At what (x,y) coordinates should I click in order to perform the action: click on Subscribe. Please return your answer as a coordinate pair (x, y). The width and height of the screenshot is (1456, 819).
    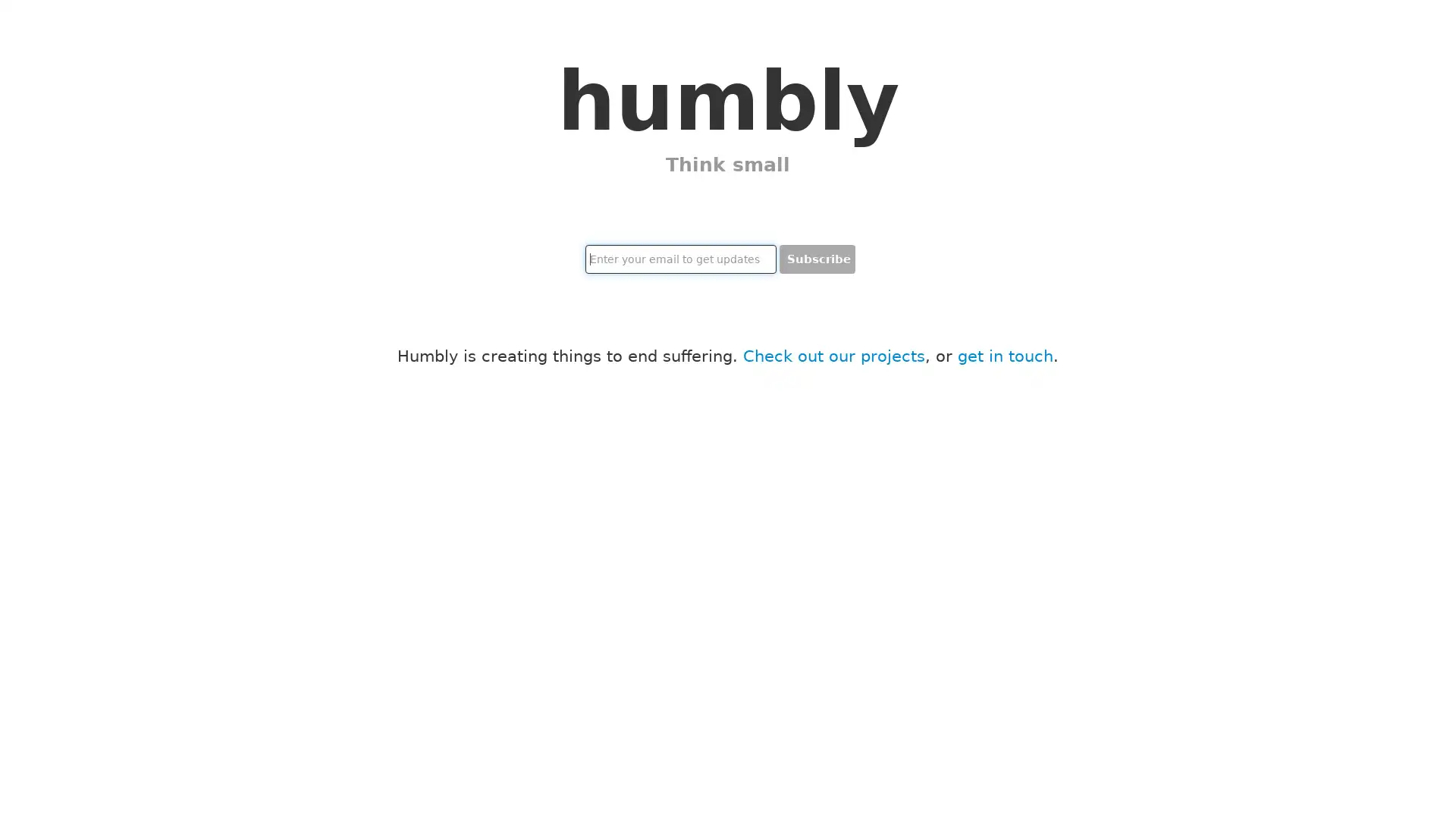
    Looking at the image, I should click on (817, 259).